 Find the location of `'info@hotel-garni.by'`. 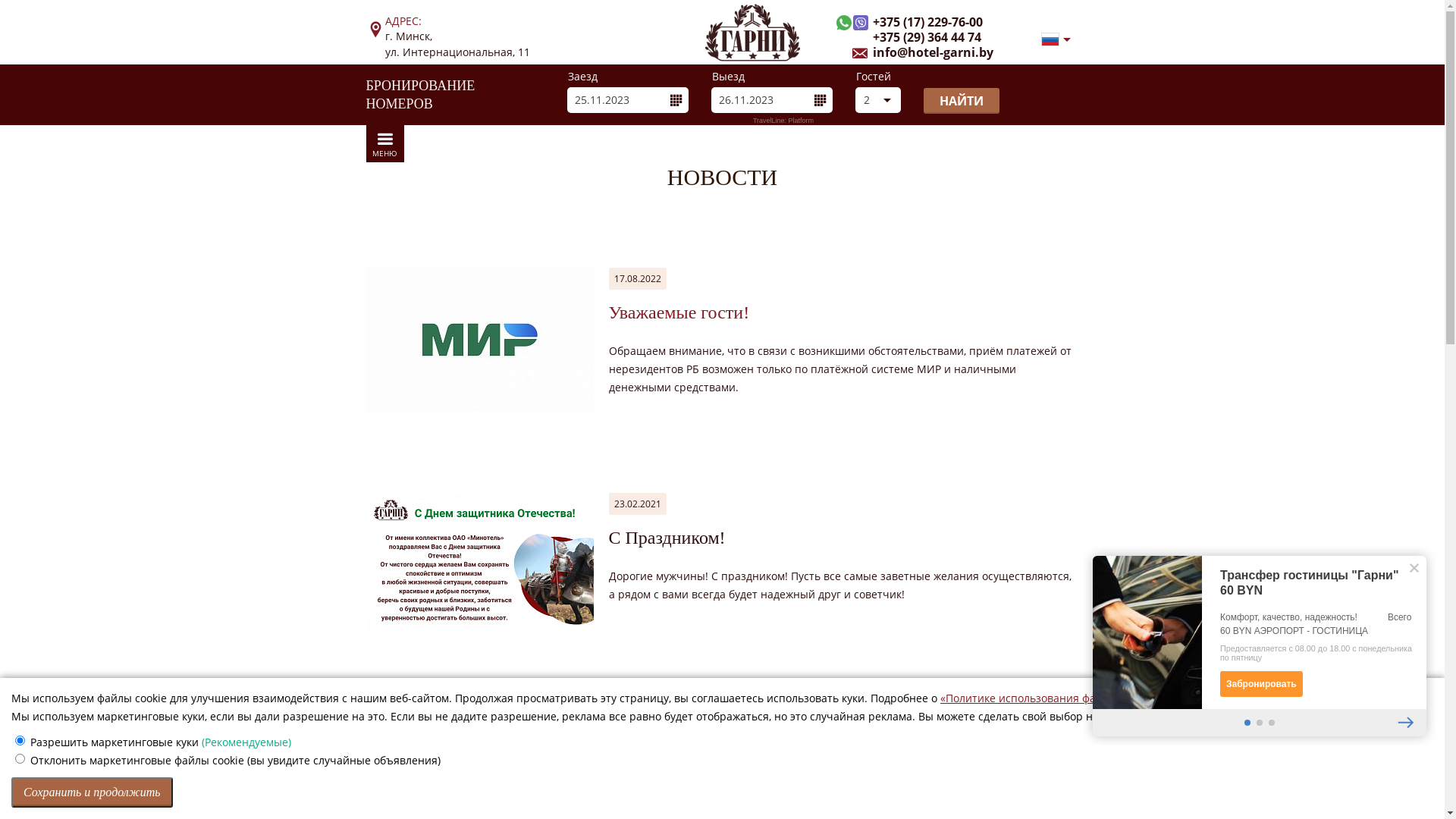

'info@hotel-garni.by' is located at coordinates (921, 52).